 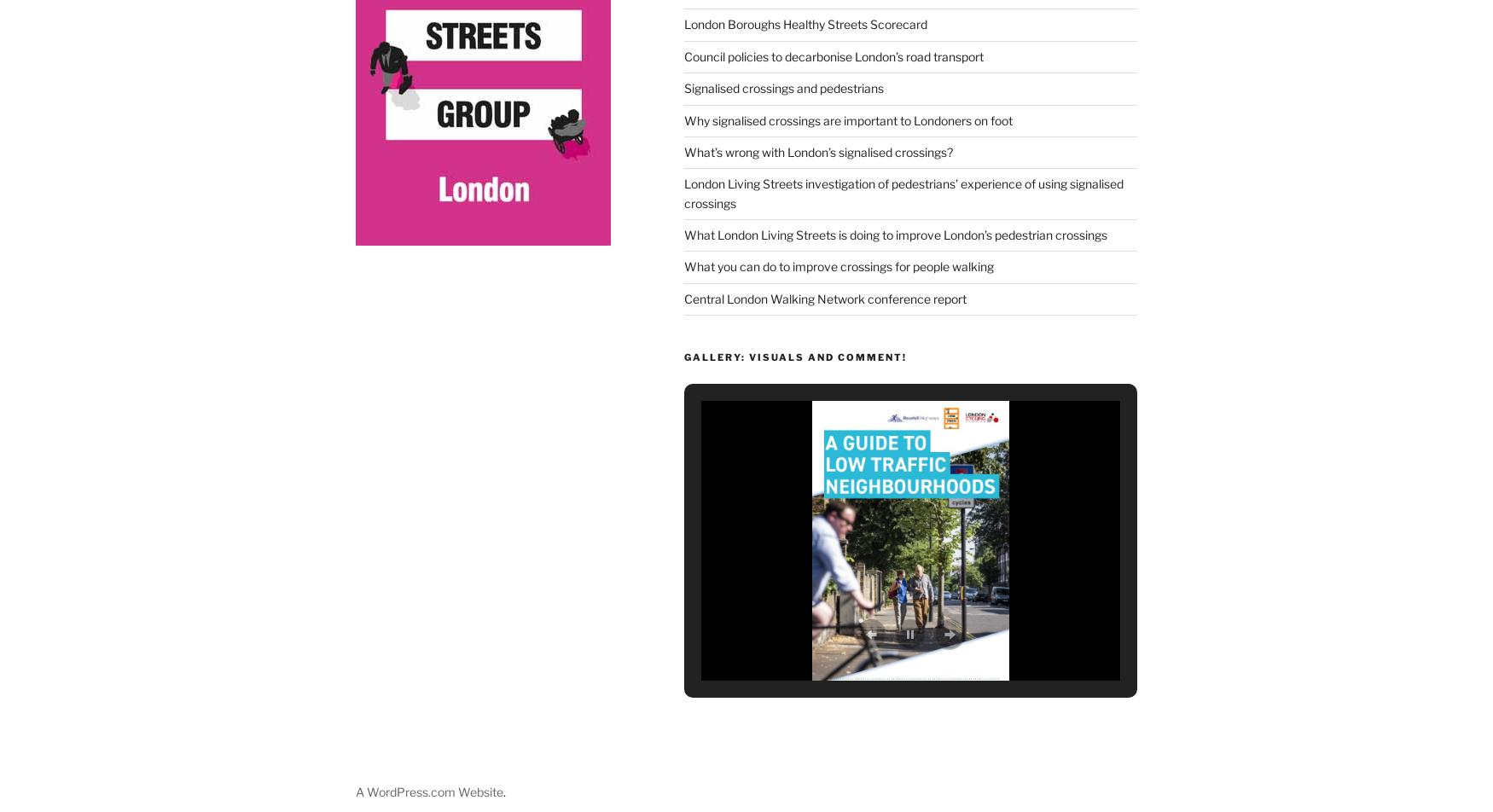 I want to click on 'London Boroughs Healthy Streets Scorecard', so click(x=805, y=20).